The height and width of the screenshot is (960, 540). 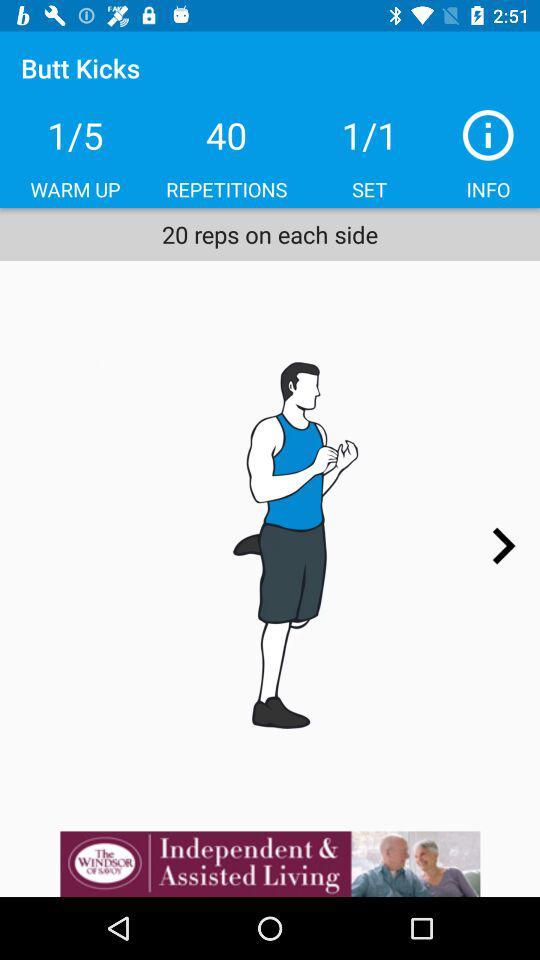 What do you see at coordinates (487, 134) in the screenshot?
I see `info` at bounding box center [487, 134].